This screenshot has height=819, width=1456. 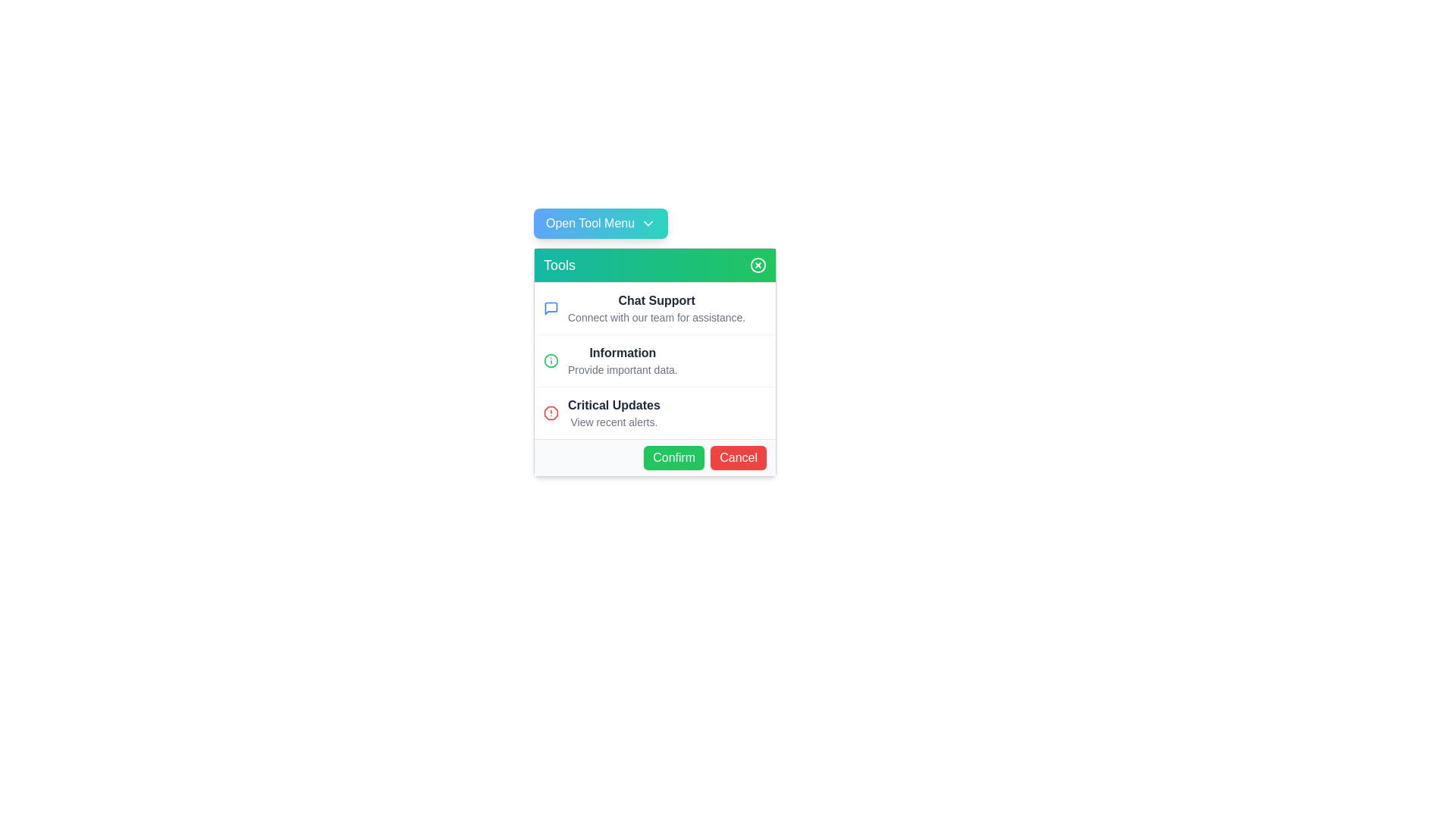 I want to click on the 'Cancel' button located at the bottom-right corner of the pop-up dialog labeled 'Tools' to change its appearance, so click(x=739, y=457).